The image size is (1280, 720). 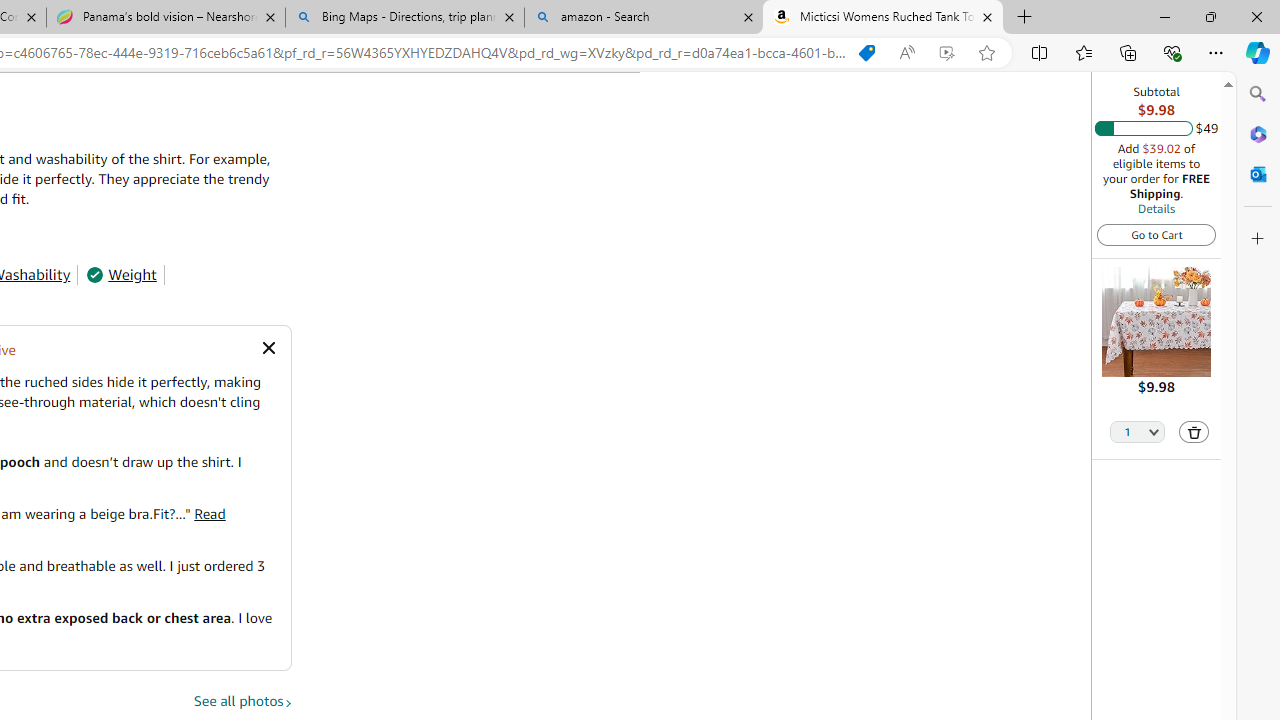 What do you see at coordinates (242, 700) in the screenshot?
I see `'See all photos'` at bounding box center [242, 700].